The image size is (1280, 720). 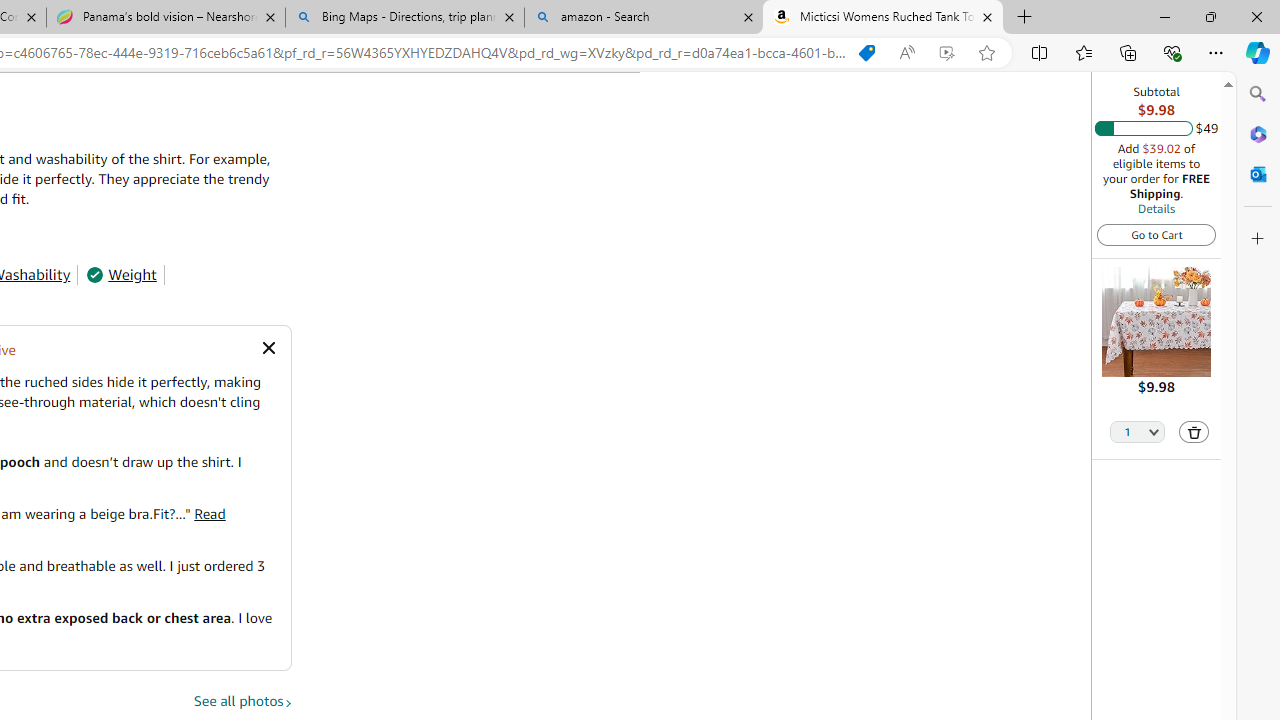 What do you see at coordinates (242, 700) in the screenshot?
I see `'See all photos'` at bounding box center [242, 700].